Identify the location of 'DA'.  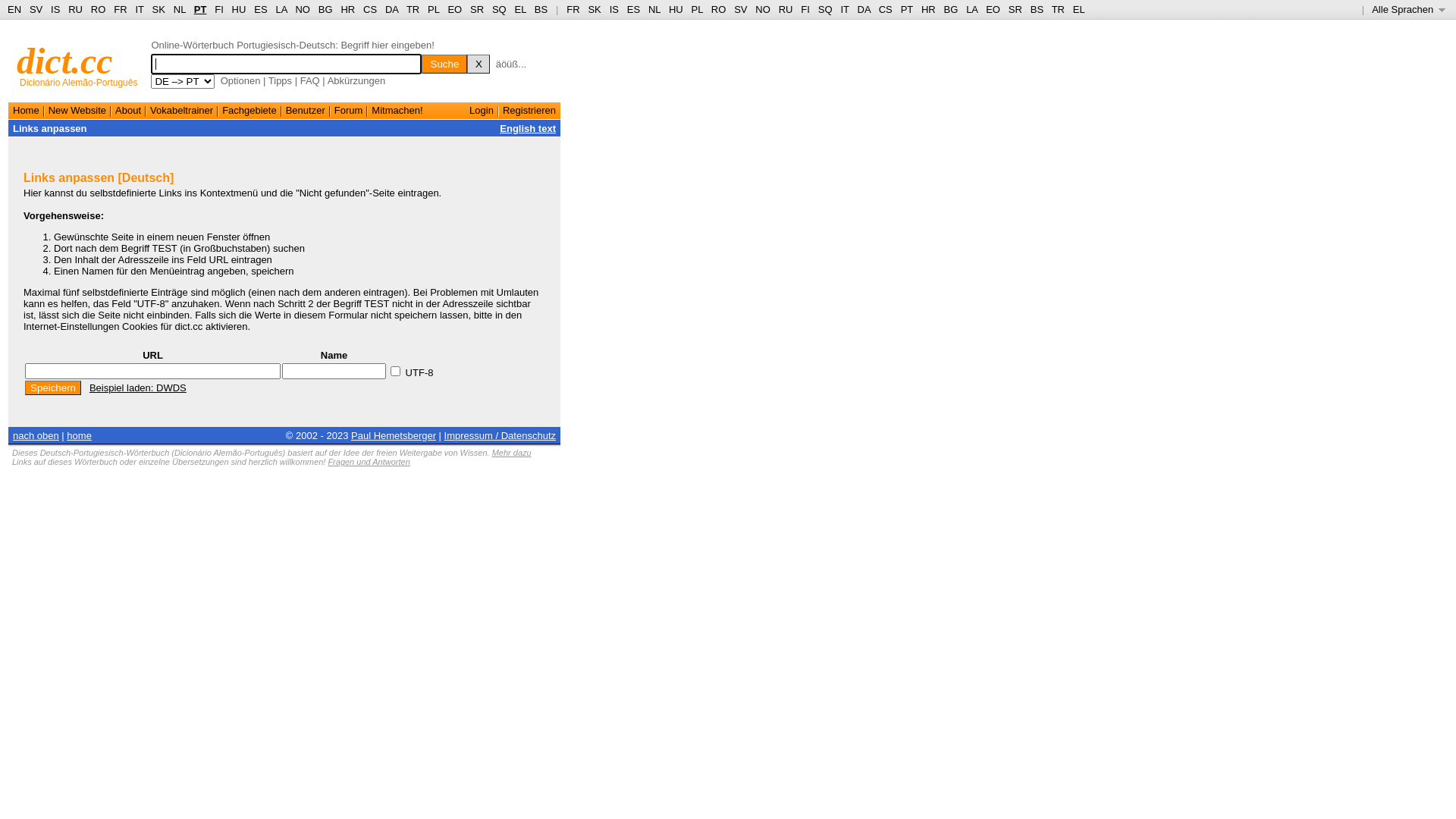
(391, 9).